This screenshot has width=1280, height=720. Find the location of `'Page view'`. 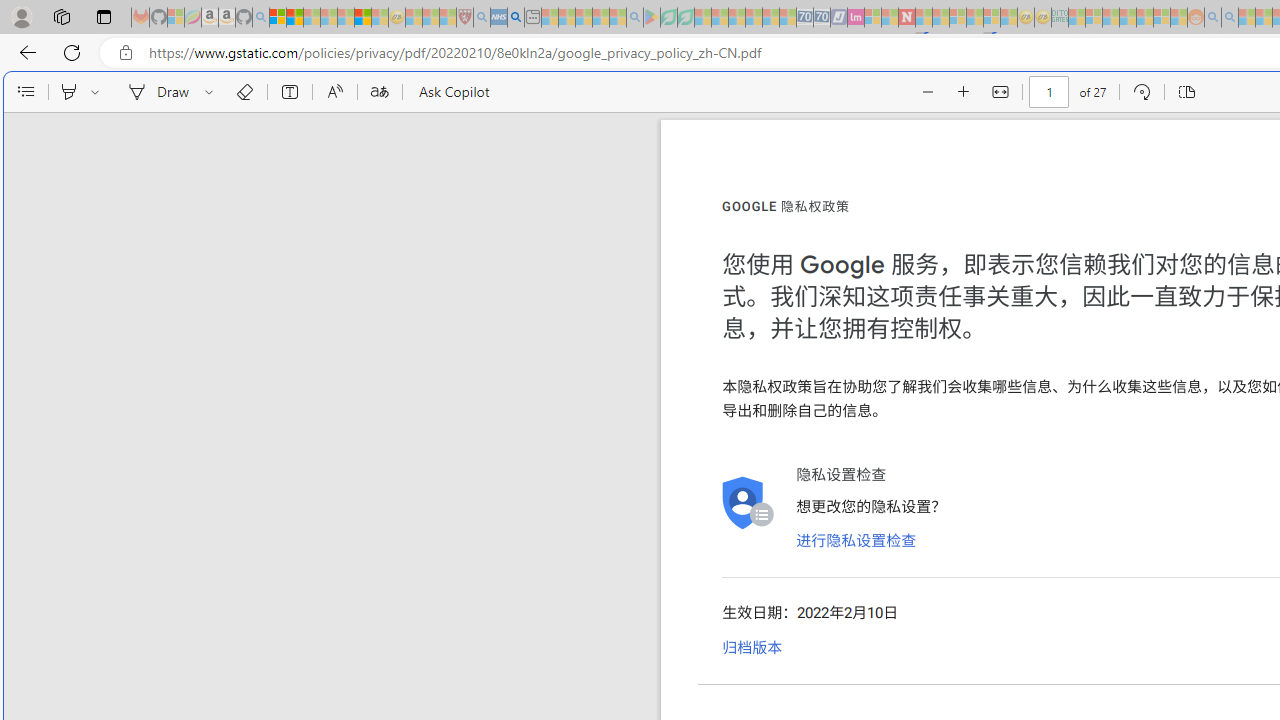

'Page view' is located at coordinates (1185, 92).